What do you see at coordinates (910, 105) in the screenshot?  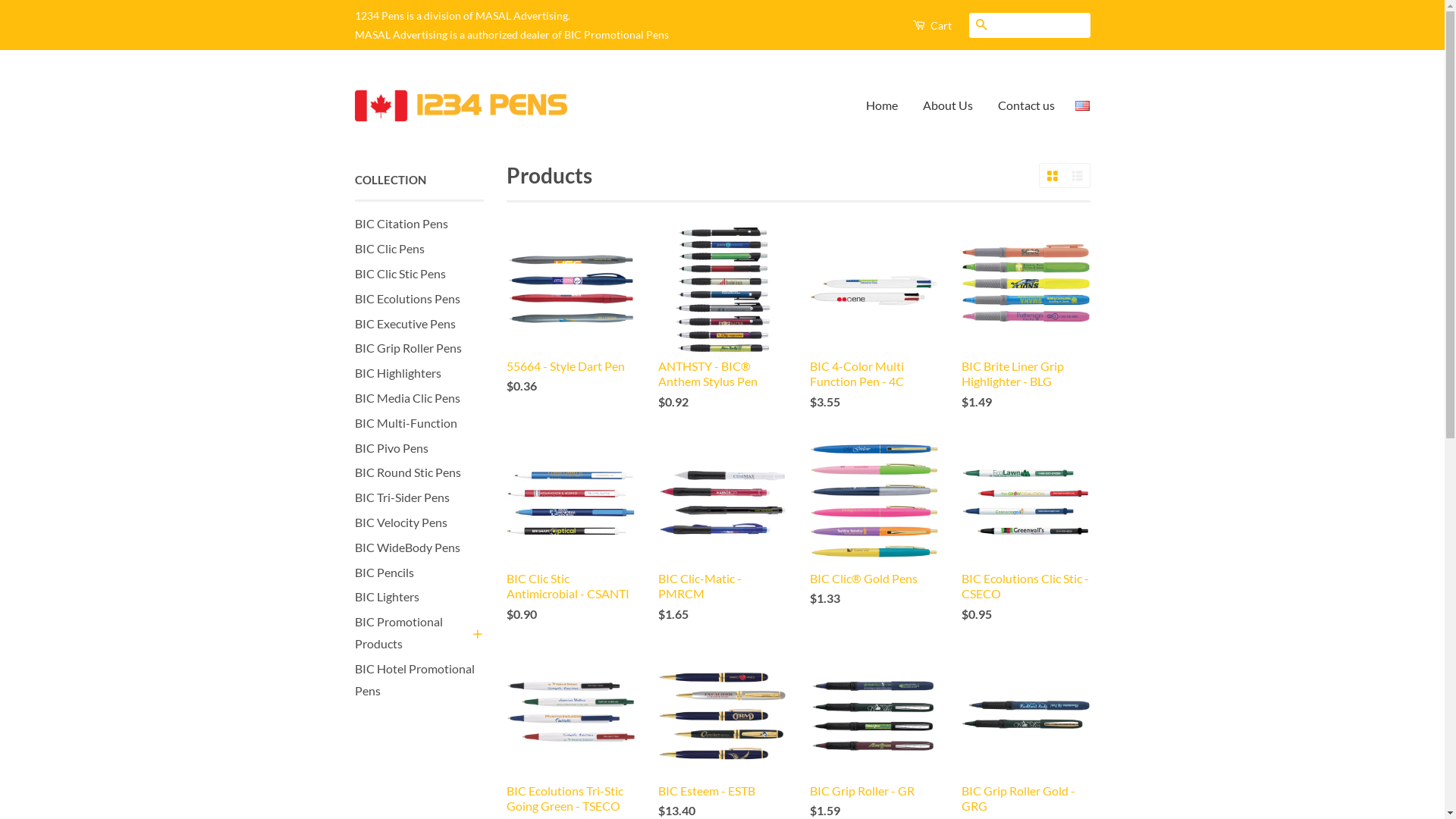 I see `'About Us'` at bounding box center [910, 105].